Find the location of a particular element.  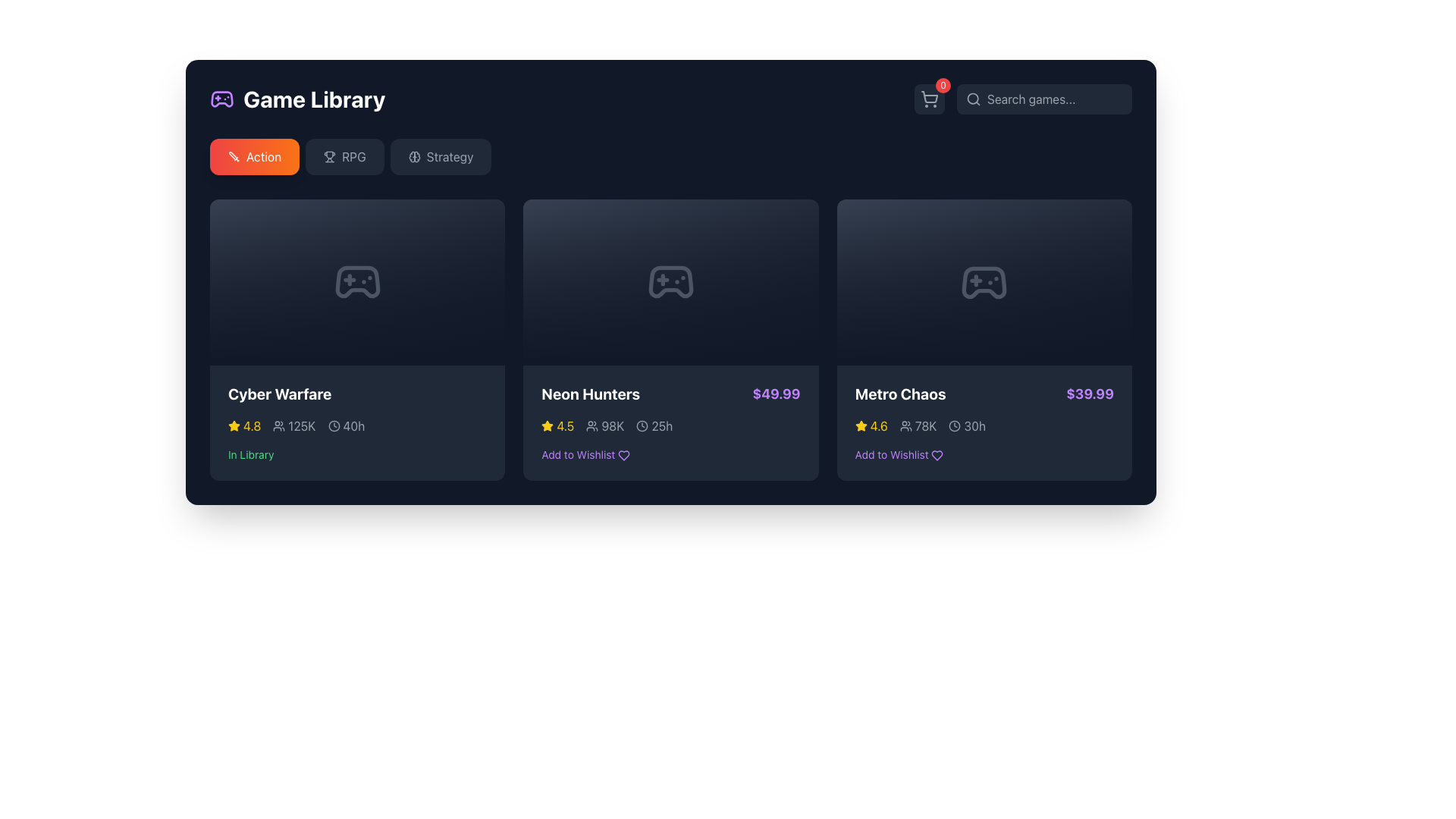

the Text label that displays the game's rating score, located to the right of the star icon in the rating section of the 'Metro Chaos' card is located at coordinates (879, 426).